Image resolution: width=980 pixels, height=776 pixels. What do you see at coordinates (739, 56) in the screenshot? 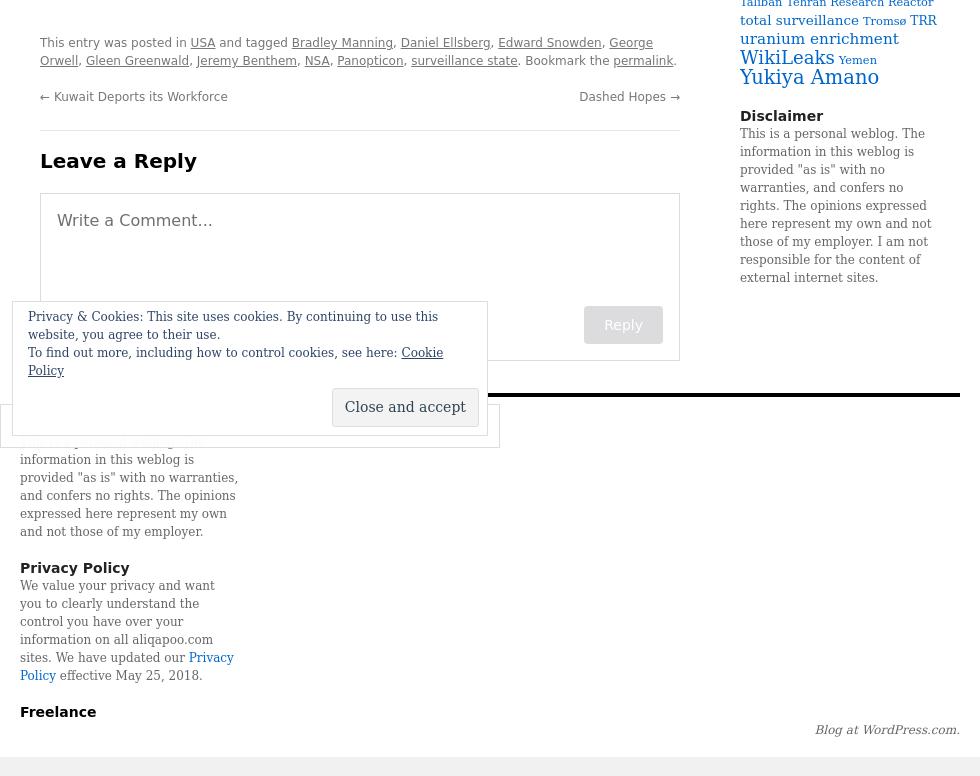
I see `'WikiLeaks'` at bounding box center [739, 56].